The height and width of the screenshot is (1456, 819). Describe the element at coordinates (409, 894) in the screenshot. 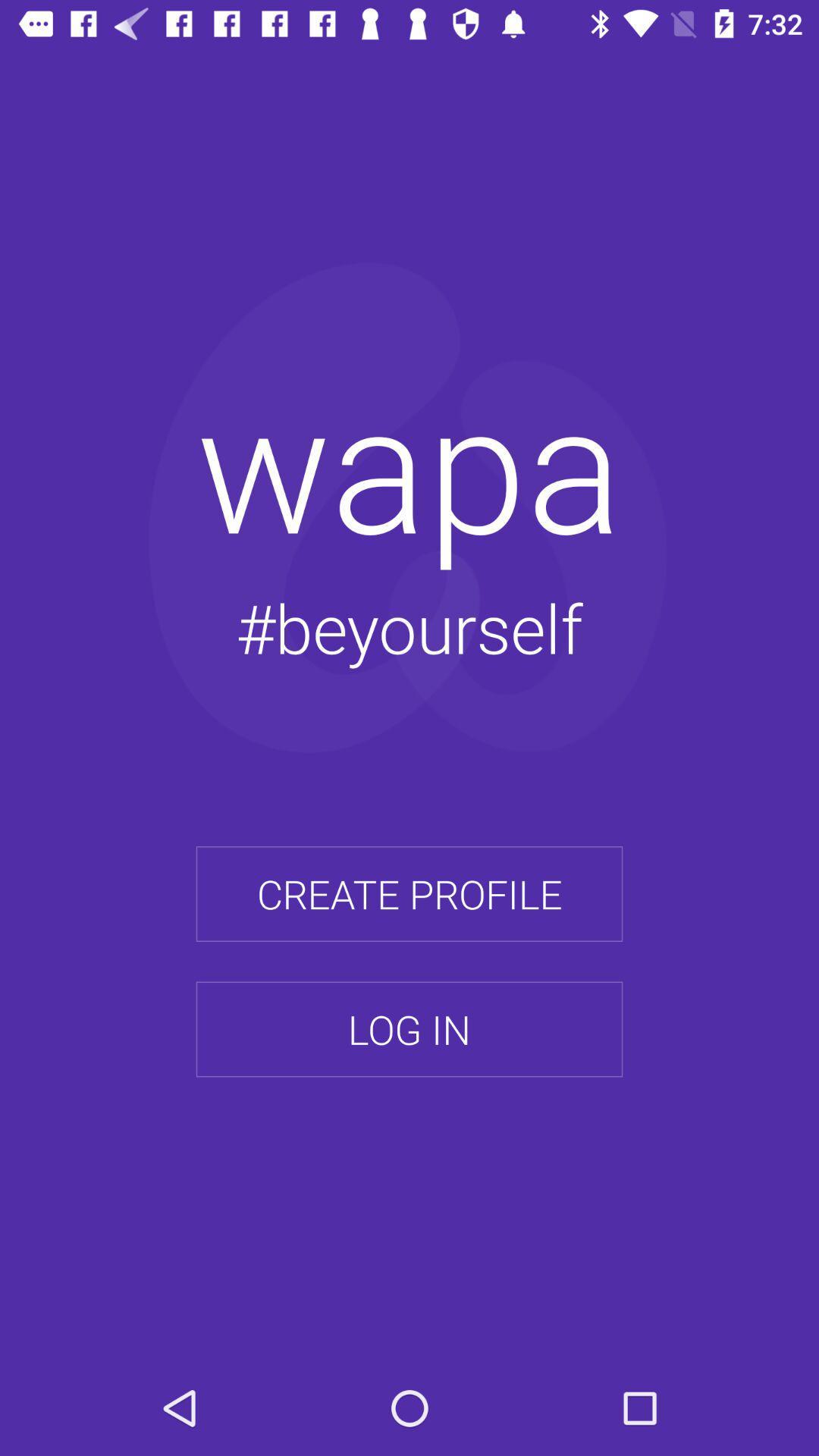

I see `the create profile item` at that location.